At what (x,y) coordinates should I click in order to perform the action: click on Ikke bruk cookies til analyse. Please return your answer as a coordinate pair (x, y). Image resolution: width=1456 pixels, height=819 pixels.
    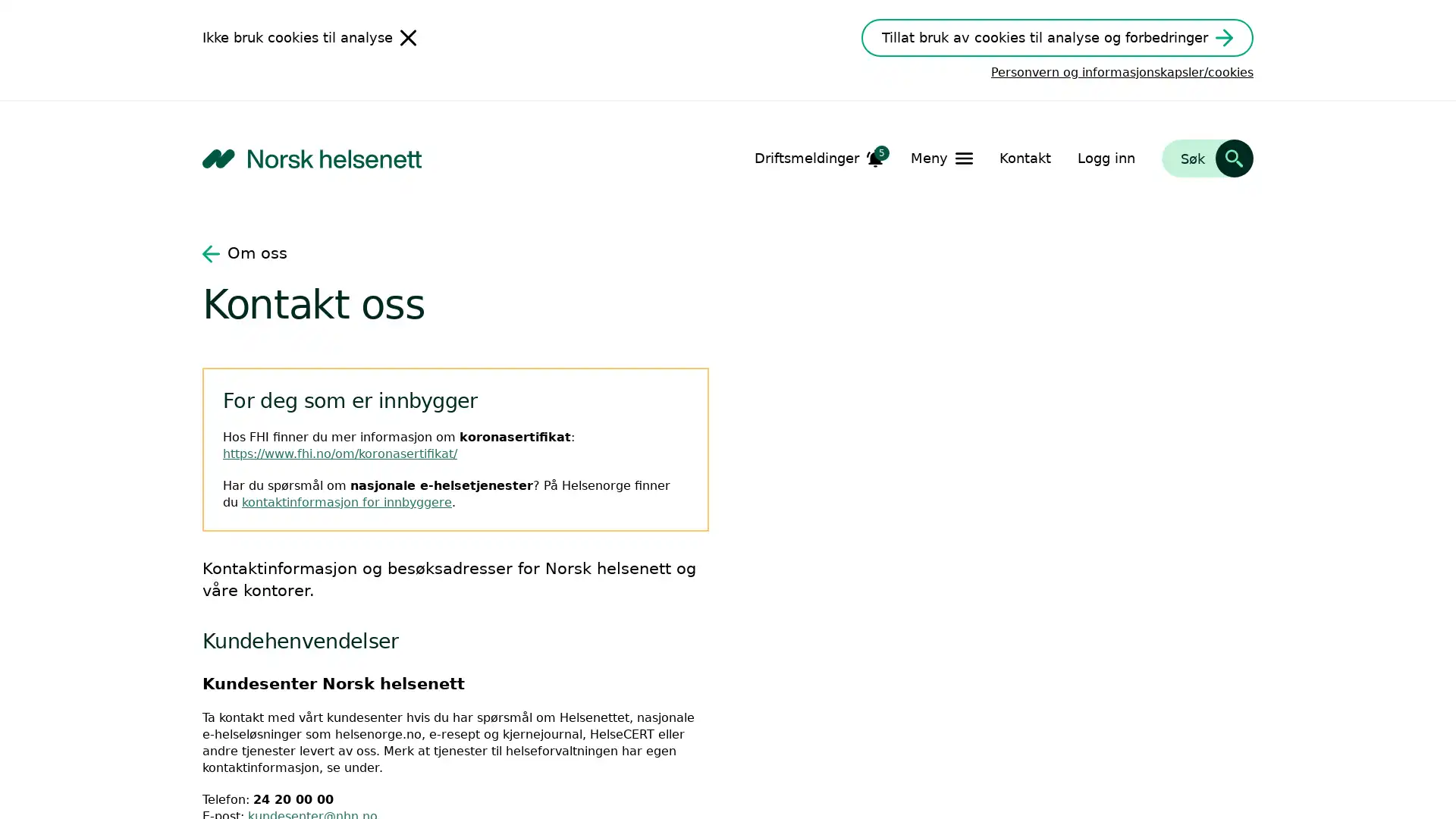
    Looking at the image, I should click on (309, 37).